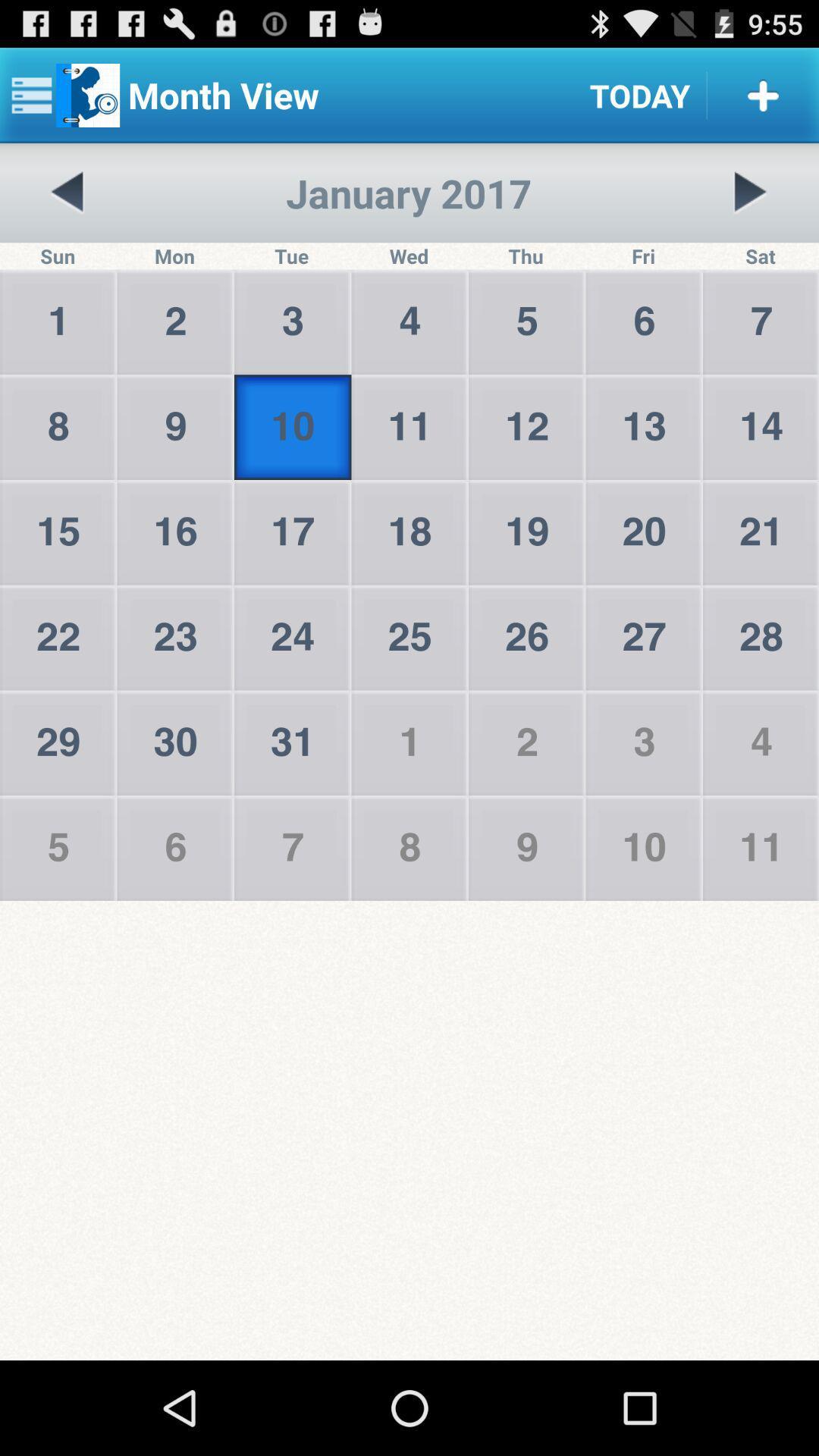  What do you see at coordinates (67, 192) in the screenshot?
I see `previous month` at bounding box center [67, 192].